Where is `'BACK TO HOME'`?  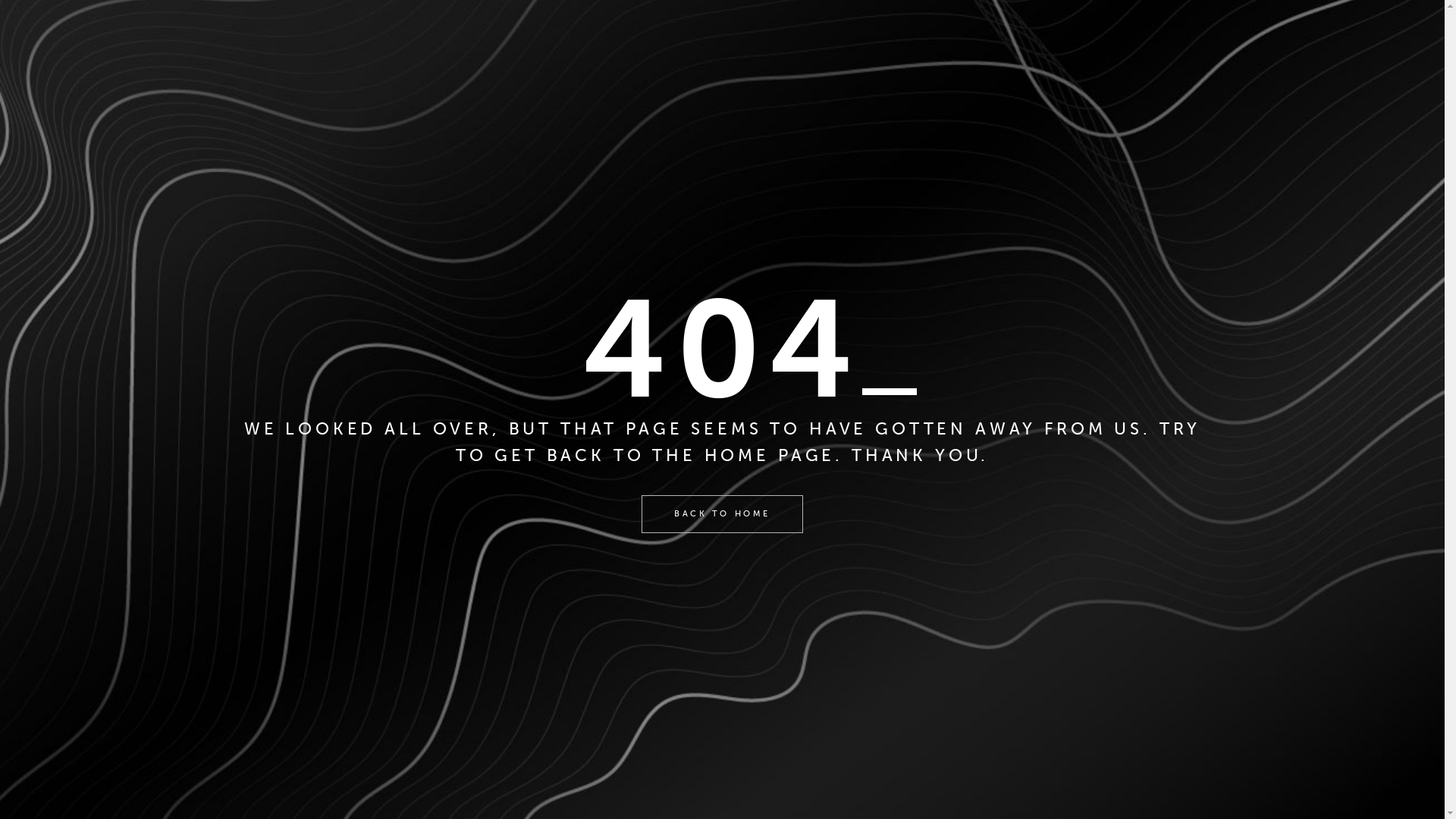 'BACK TO HOME' is located at coordinates (641, 513).